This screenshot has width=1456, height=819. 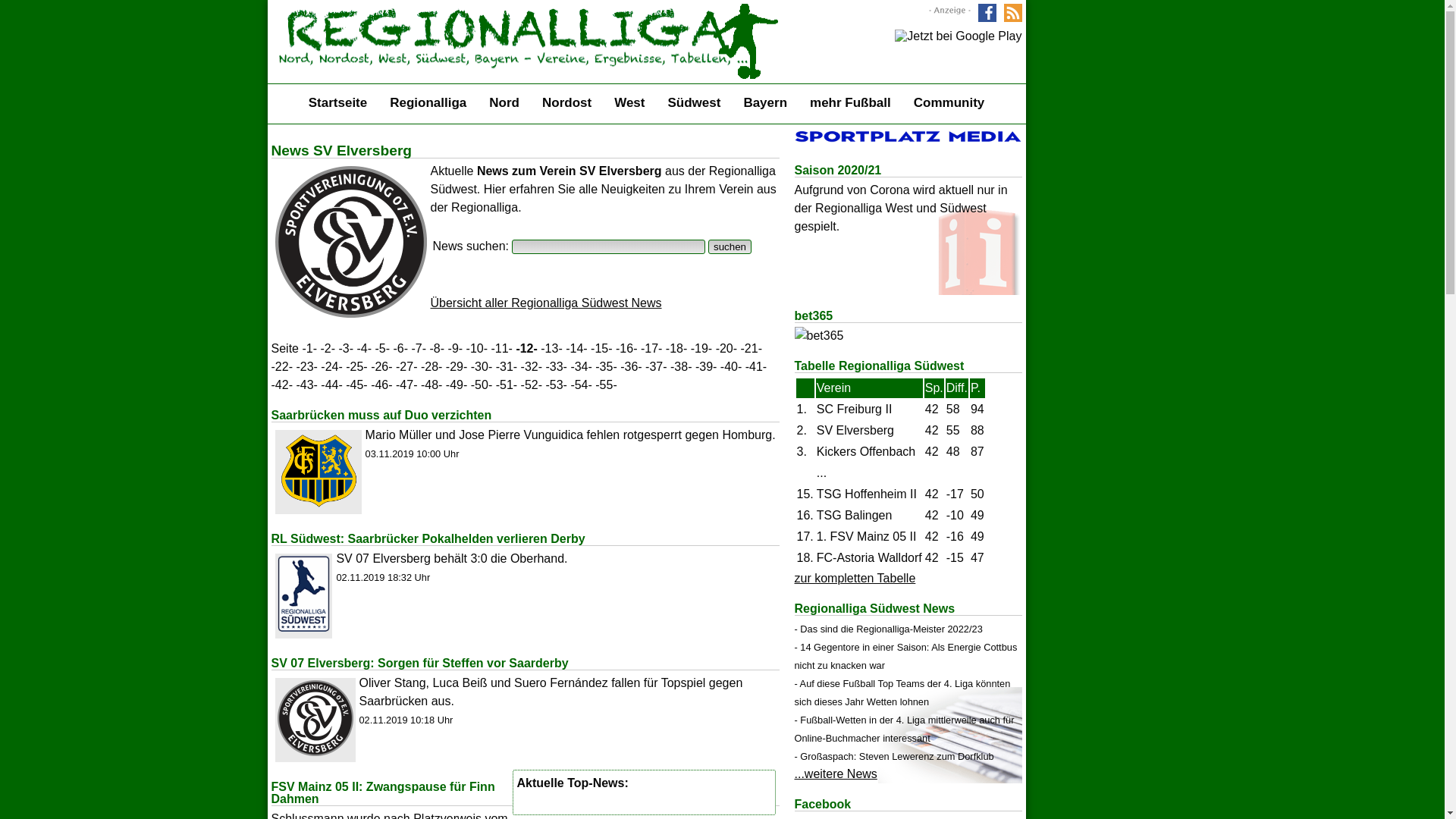 I want to click on '-2-', so click(x=327, y=348).